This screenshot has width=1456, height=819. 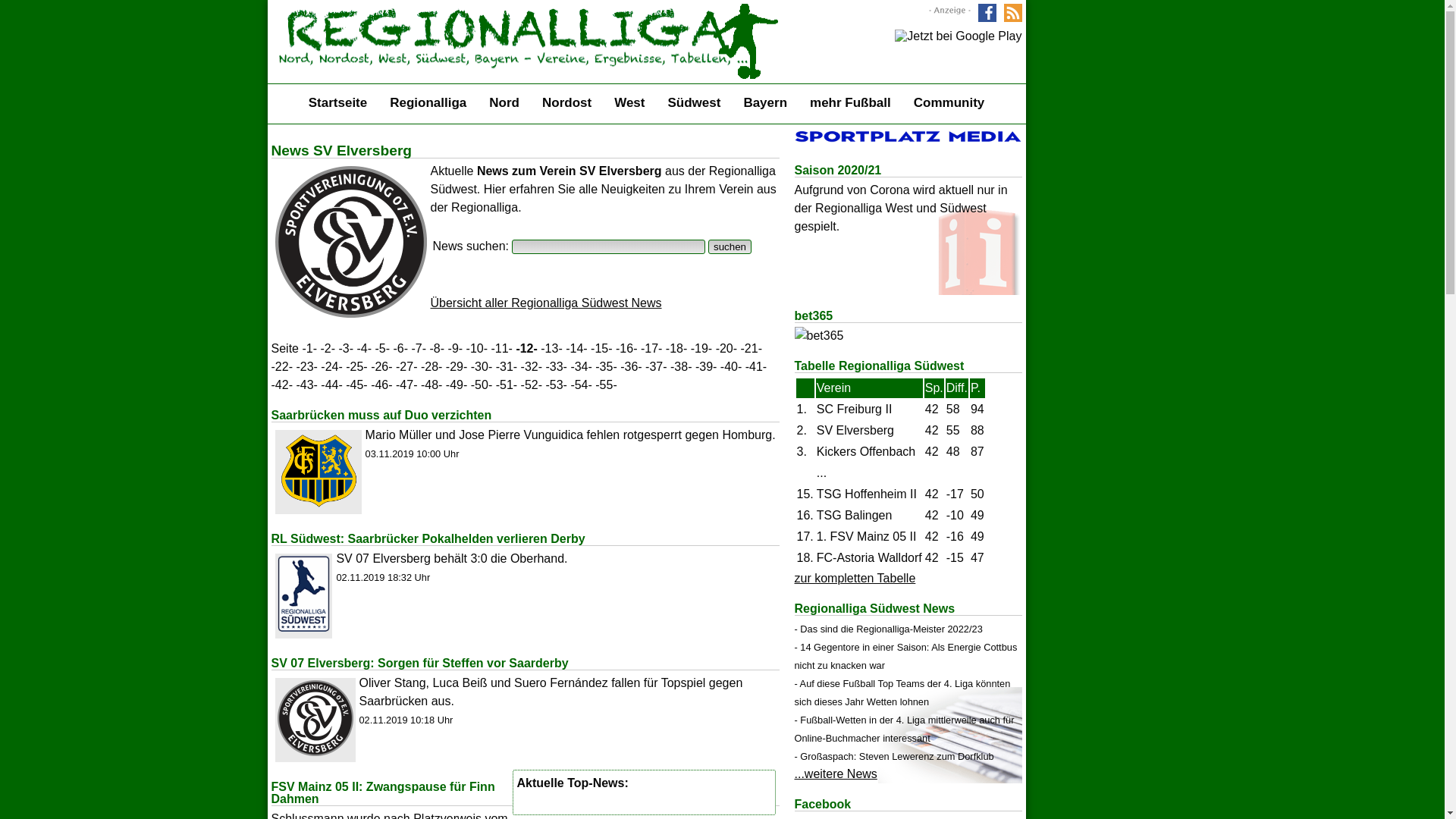 I want to click on '-2-', so click(x=327, y=348).